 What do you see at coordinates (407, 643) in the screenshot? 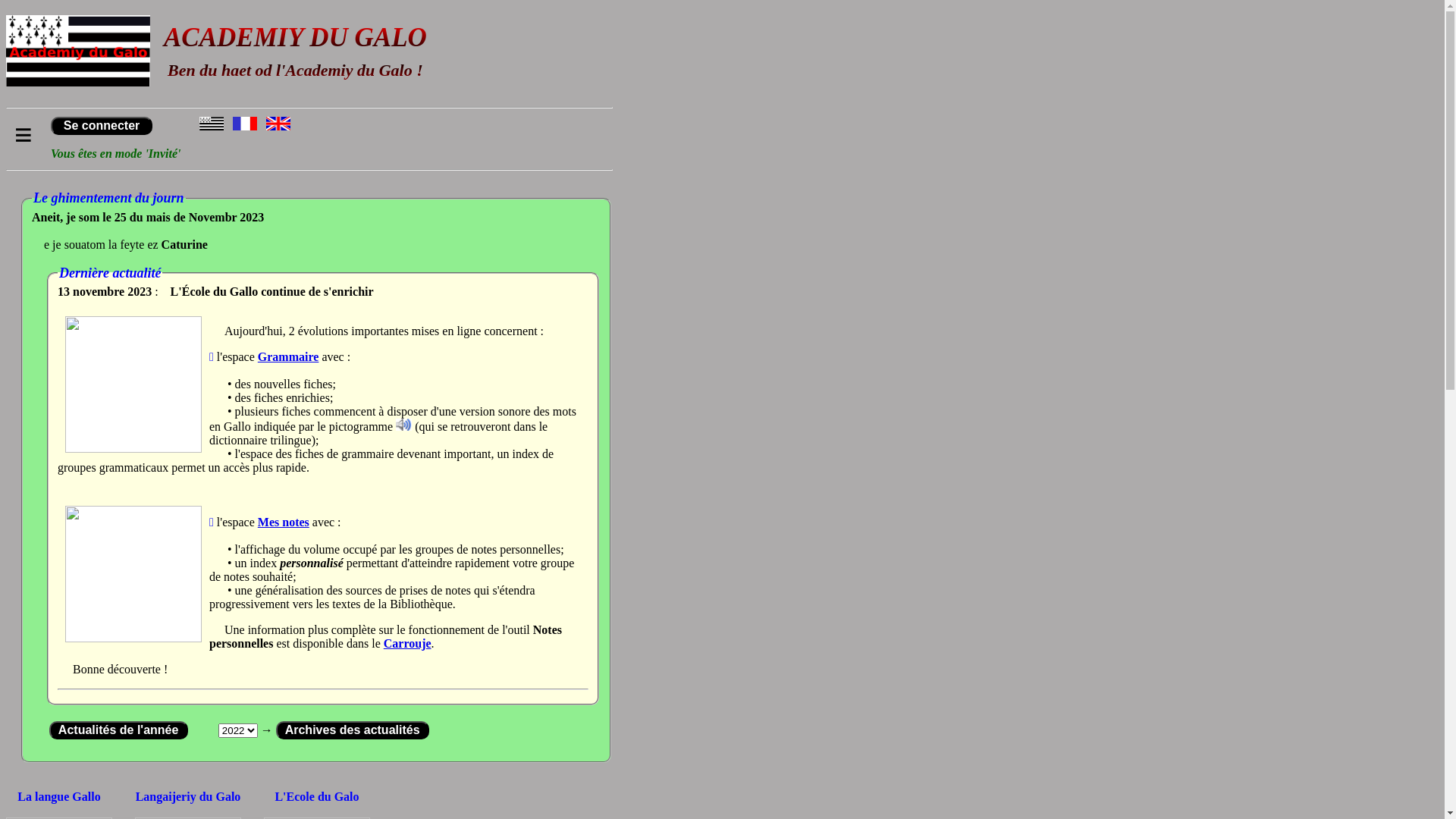
I see `'Carrouje'` at bounding box center [407, 643].